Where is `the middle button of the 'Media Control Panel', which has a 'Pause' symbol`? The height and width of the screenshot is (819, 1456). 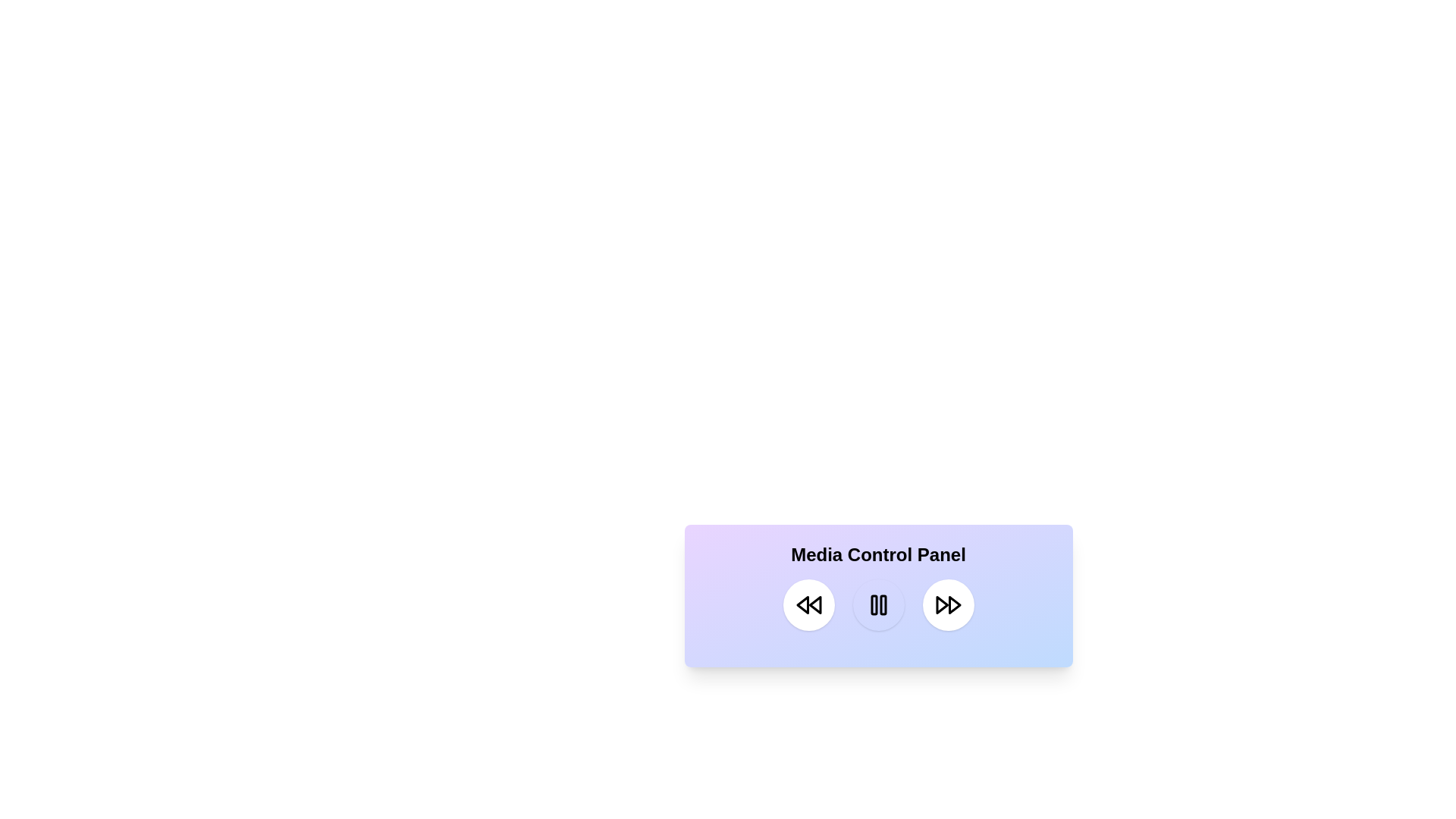
the middle button of the 'Media Control Panel', which has a 'Pause' symbol is located at coordinates (878, 604).